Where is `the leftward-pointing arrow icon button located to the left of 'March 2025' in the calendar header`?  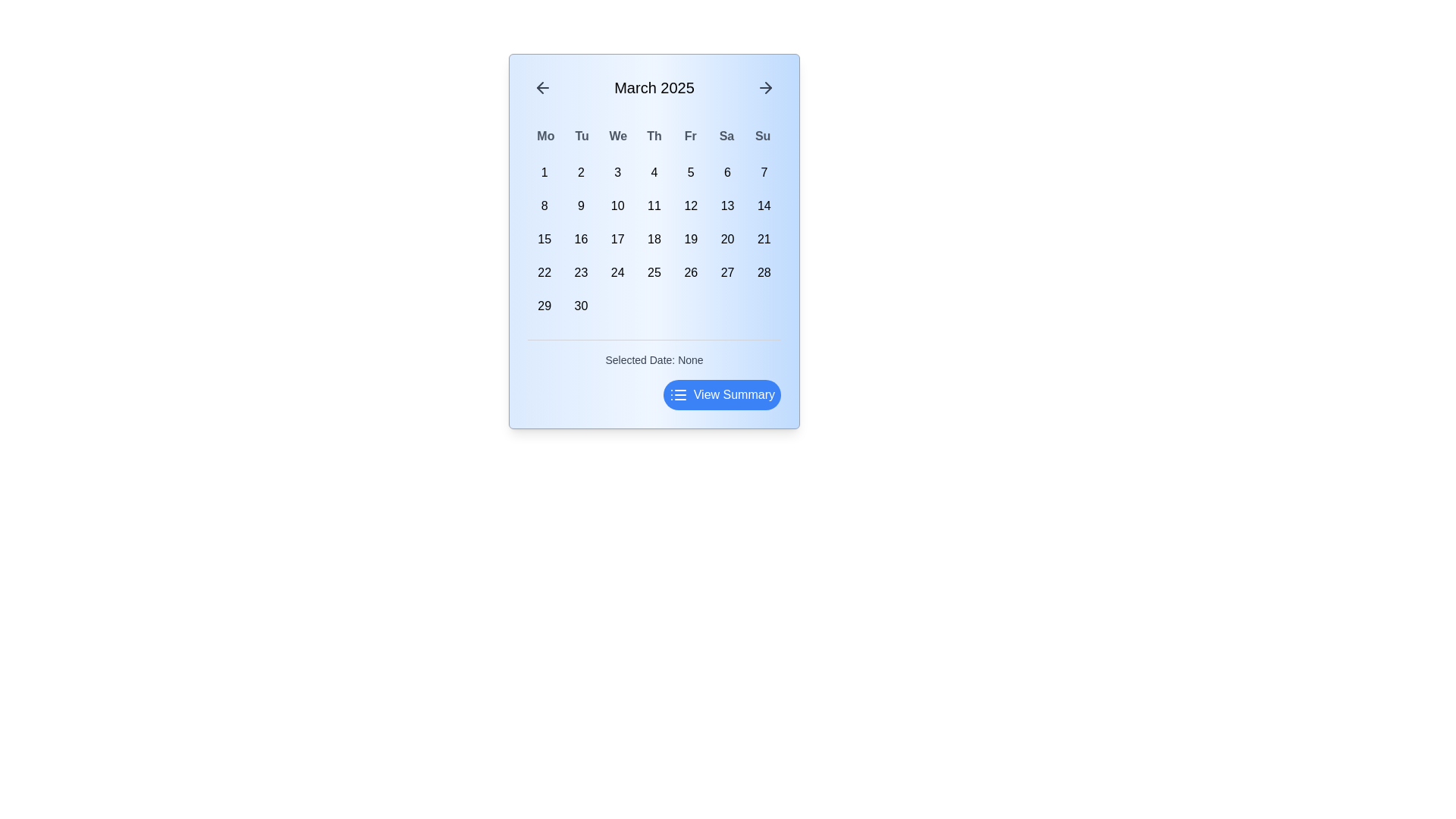
the leftward-pointing arrow icon button located to the left of 'March 2025' in the calendar header is located at coordinates (542, 87).